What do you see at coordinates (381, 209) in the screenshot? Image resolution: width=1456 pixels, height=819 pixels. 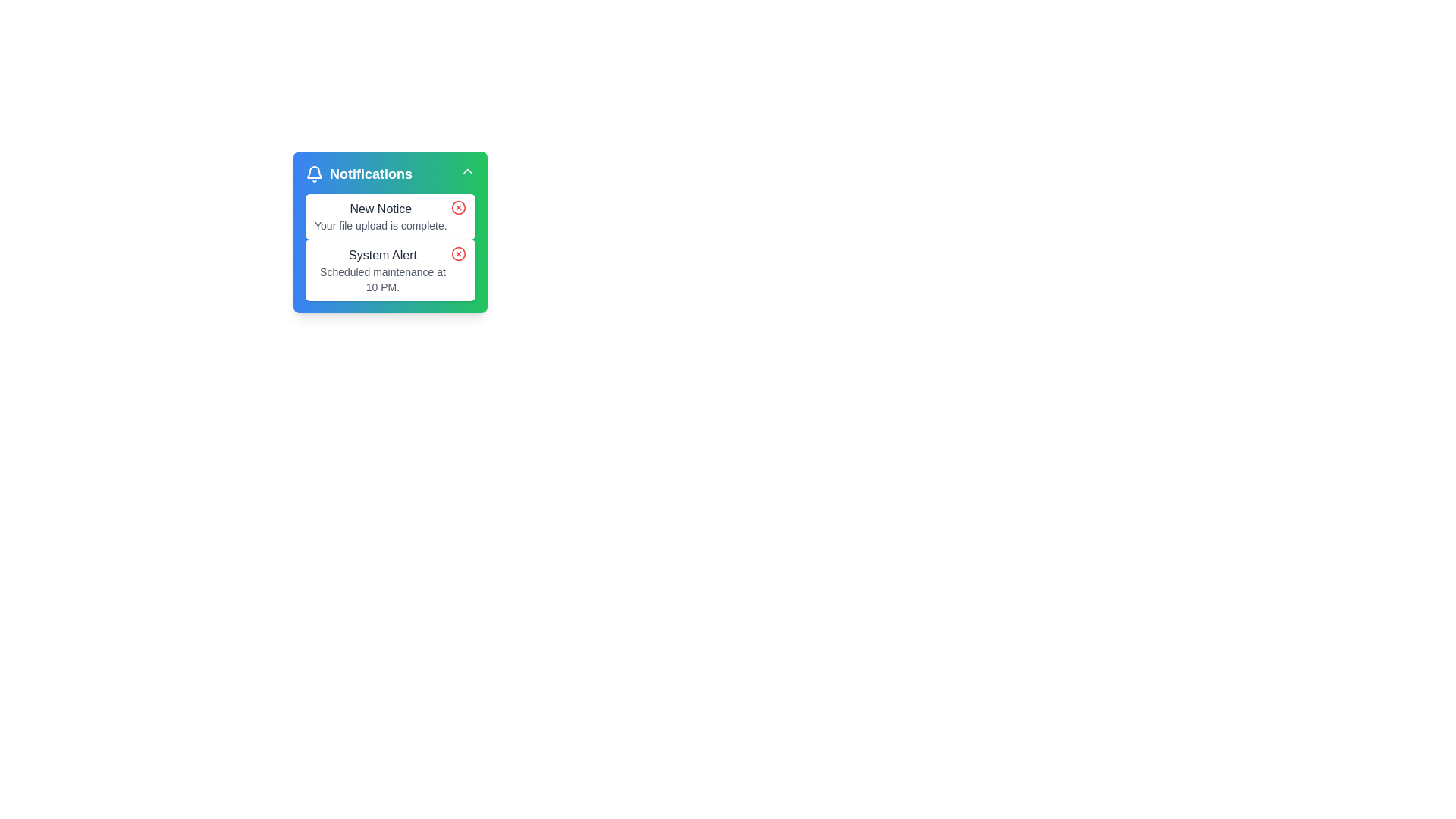 I see `the title text label of the notifications popup, which serves to inform the user about the message nature, positioned above the 'Your file upload is complete.' text` at bounding box center [381, 209].